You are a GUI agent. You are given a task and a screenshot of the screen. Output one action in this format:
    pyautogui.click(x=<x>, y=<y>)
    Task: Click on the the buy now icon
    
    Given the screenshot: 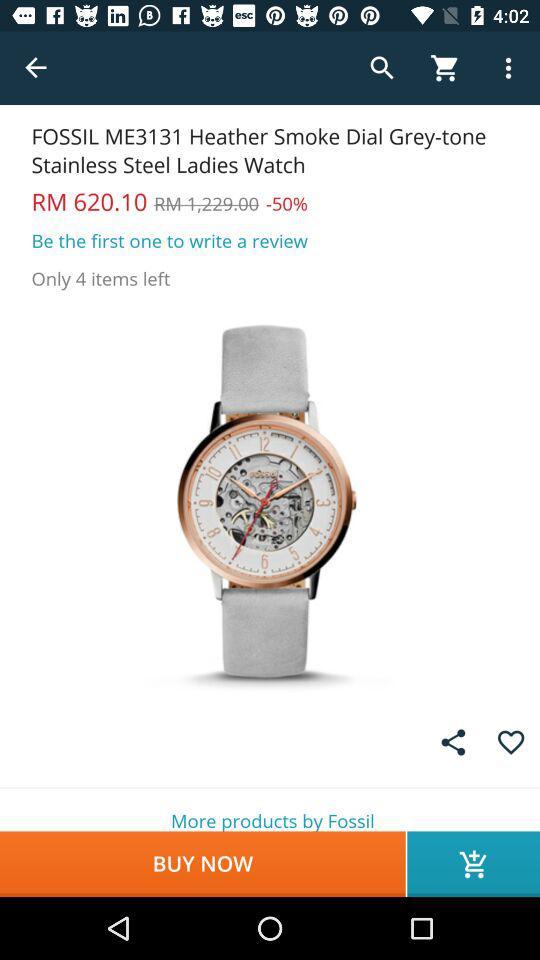 What is the action you would take?
    pyautogui.click(x=202, y=863)
    